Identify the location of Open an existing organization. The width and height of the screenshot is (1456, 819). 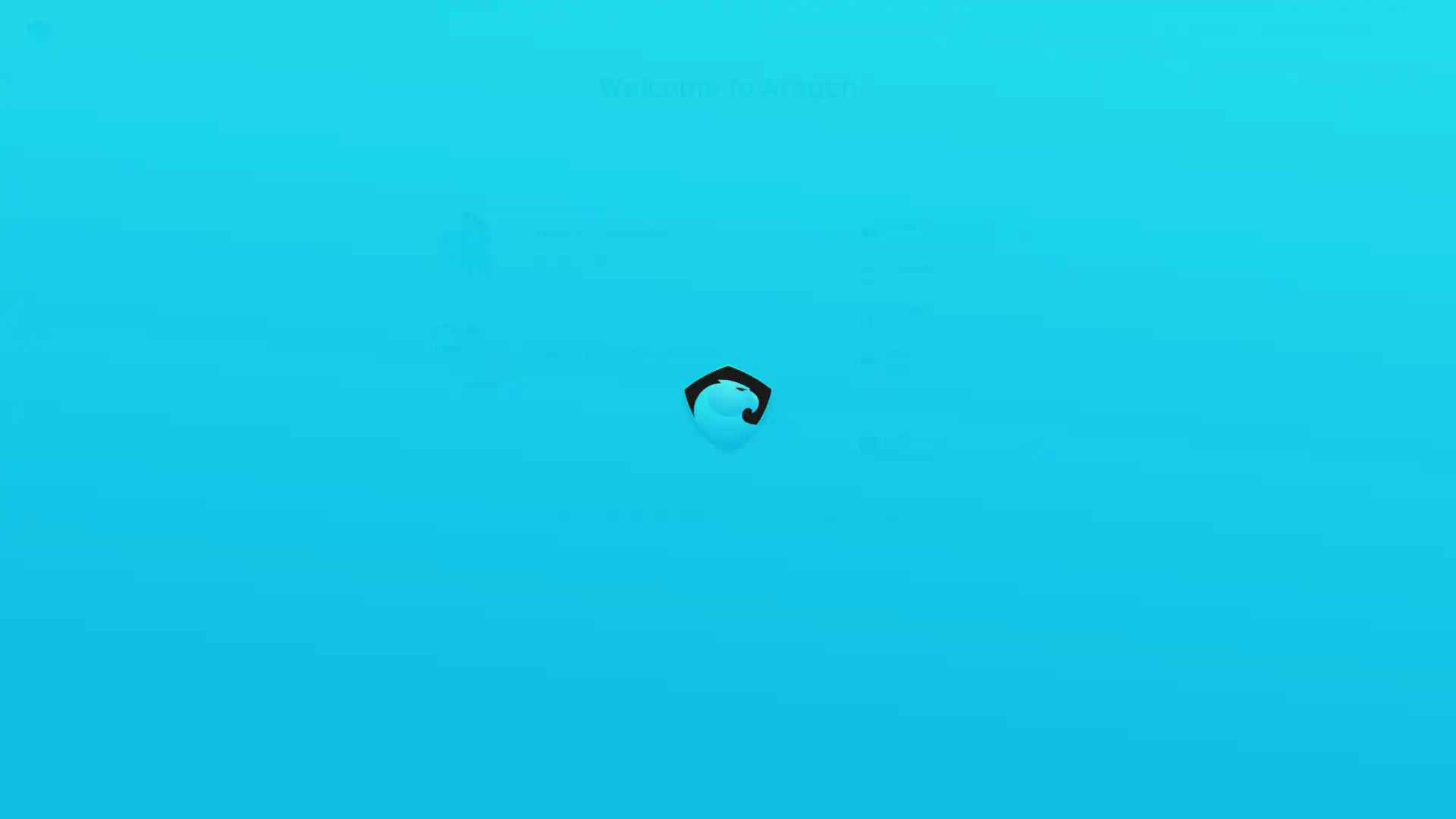
(622, 353).